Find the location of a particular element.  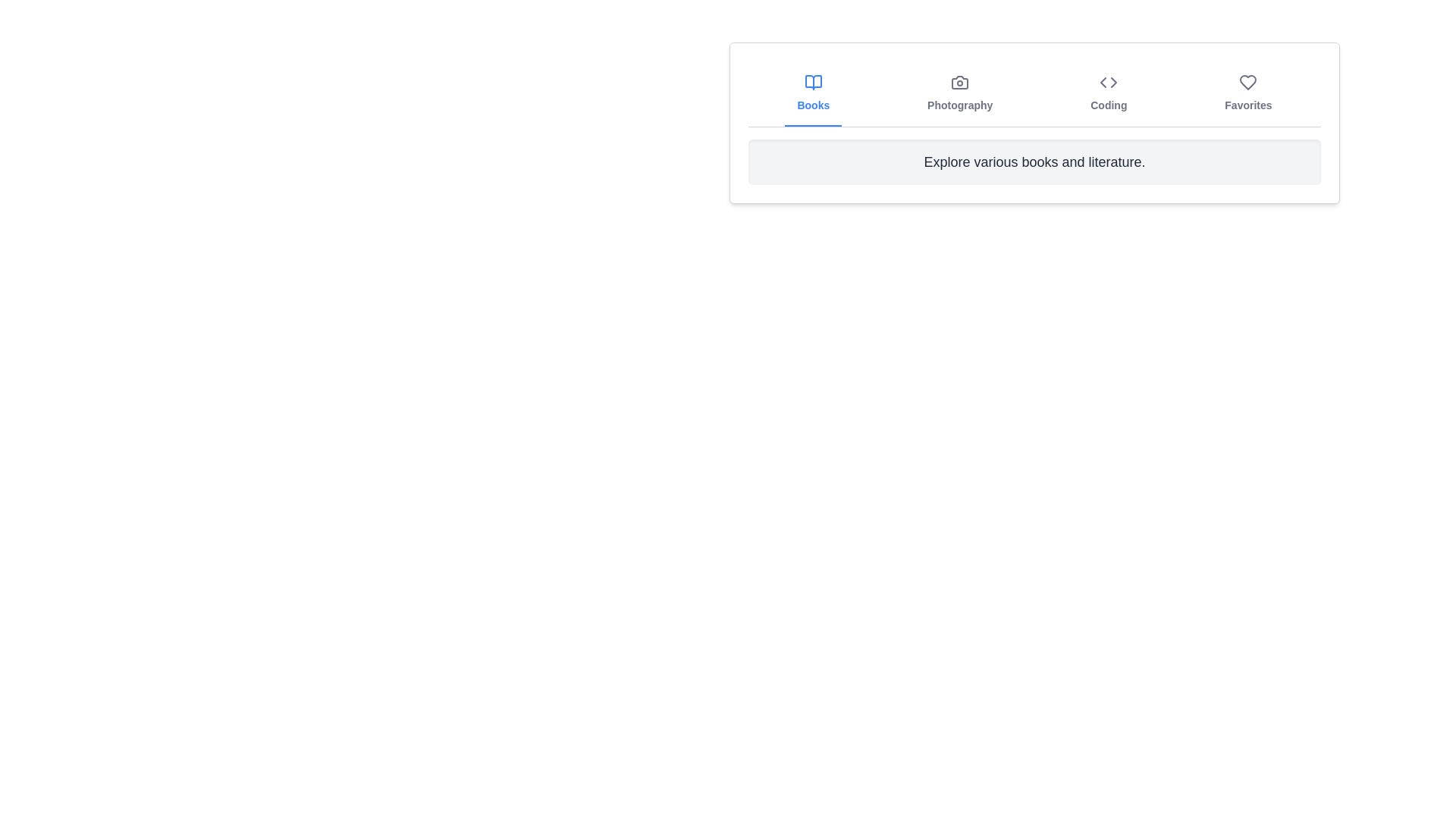

text content of the 'Books' label, which is a blue, bold, sans-serif text located in the top navigation bar of the interface, directly below an open book icon is located at coordinates (812, 104).